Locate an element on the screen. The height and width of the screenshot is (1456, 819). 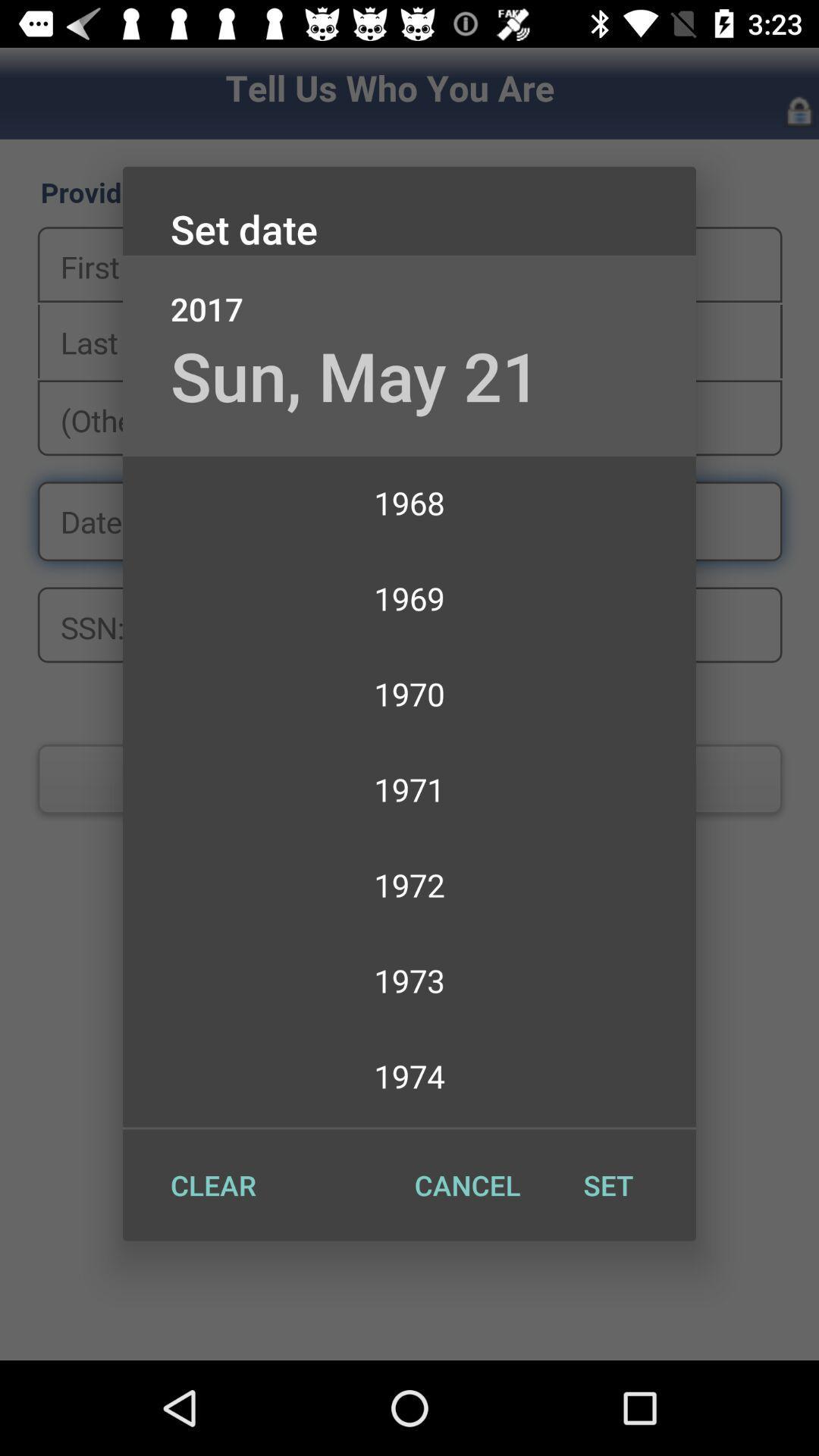
item at the bottom left corner is located at coordinates (213, 1185).